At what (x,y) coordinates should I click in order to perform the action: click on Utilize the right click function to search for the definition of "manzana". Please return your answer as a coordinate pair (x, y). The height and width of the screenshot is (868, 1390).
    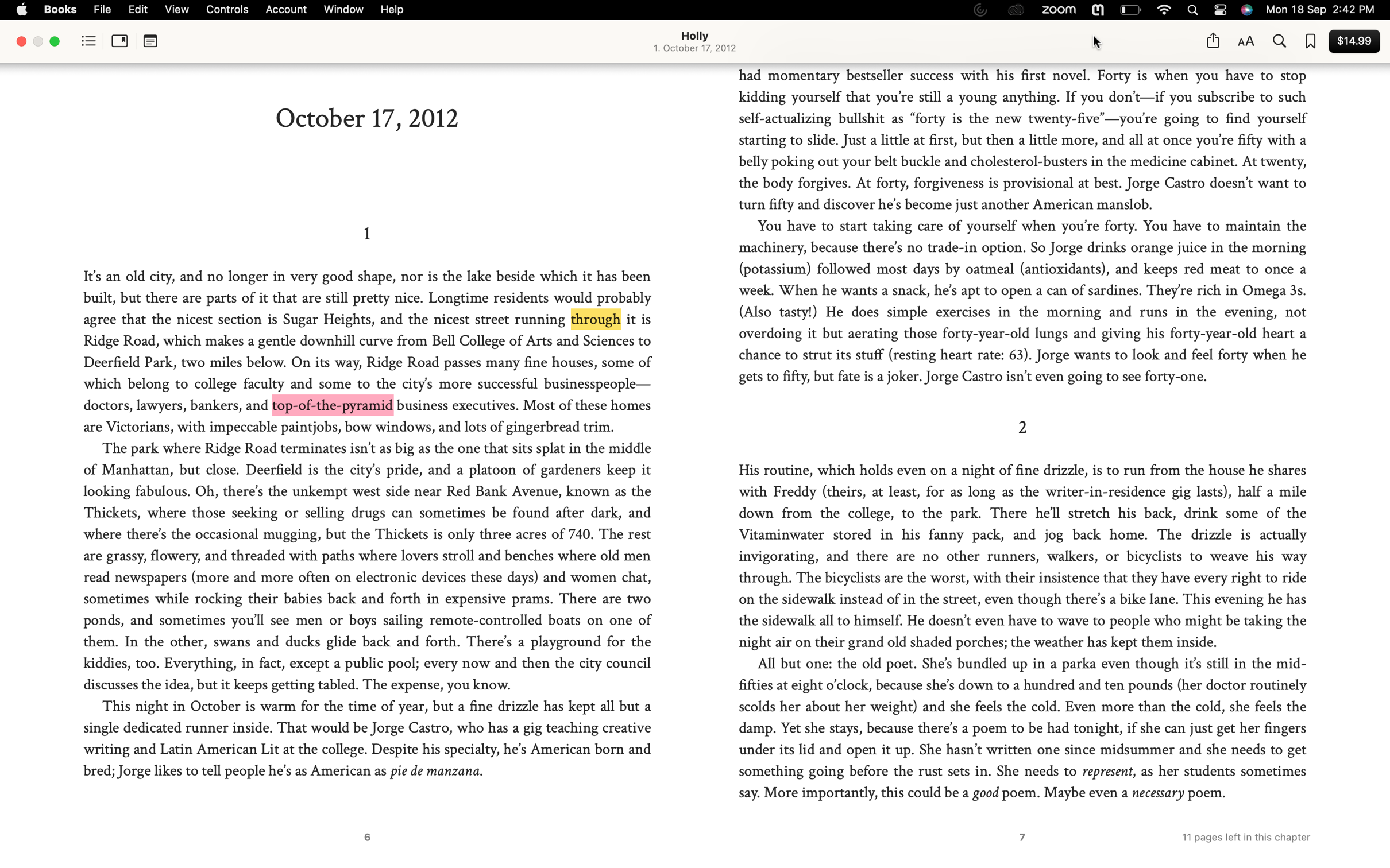
    Looking at the image, I should click on (477, 770).